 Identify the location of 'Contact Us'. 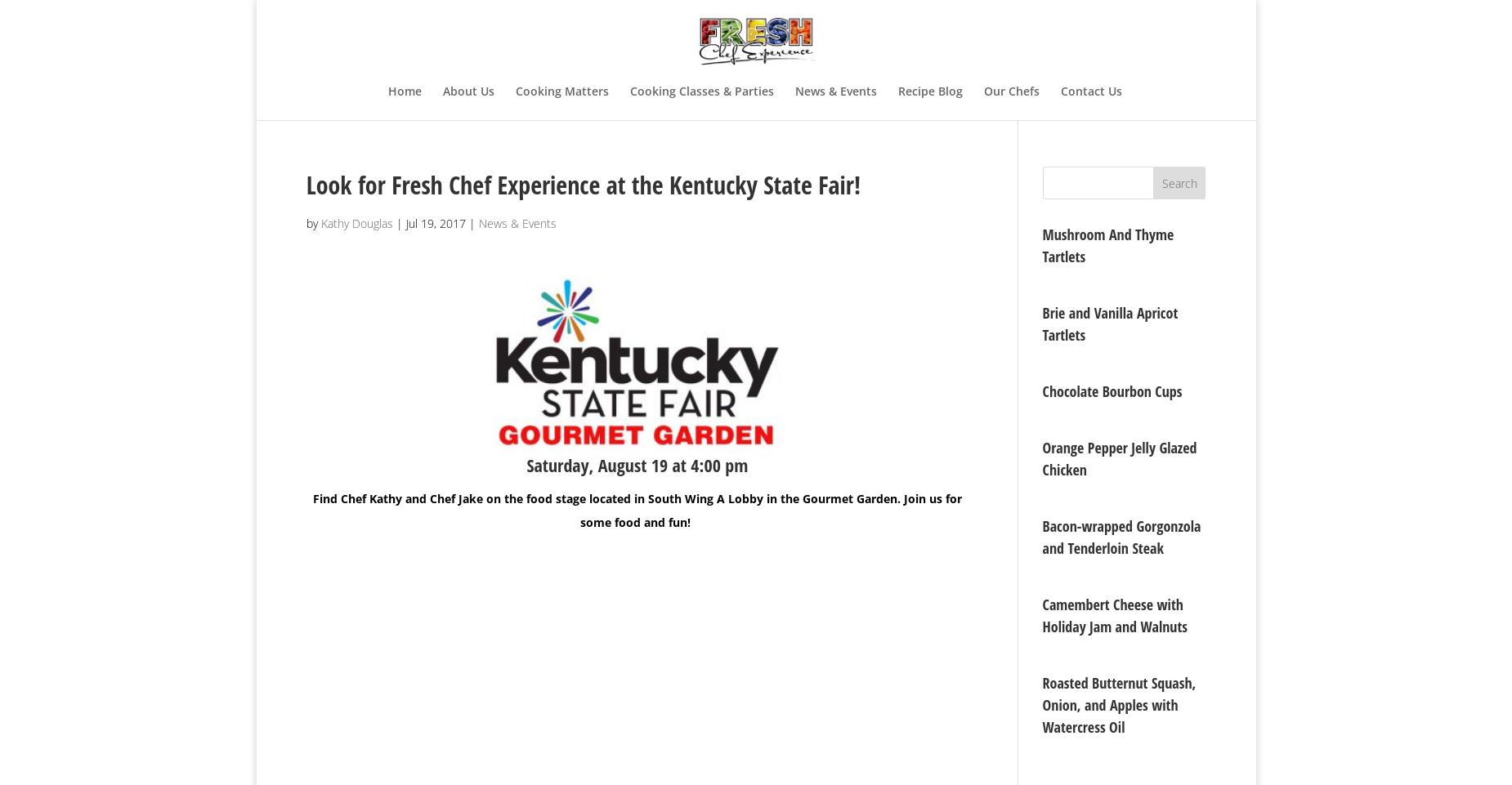
(1090, 90).